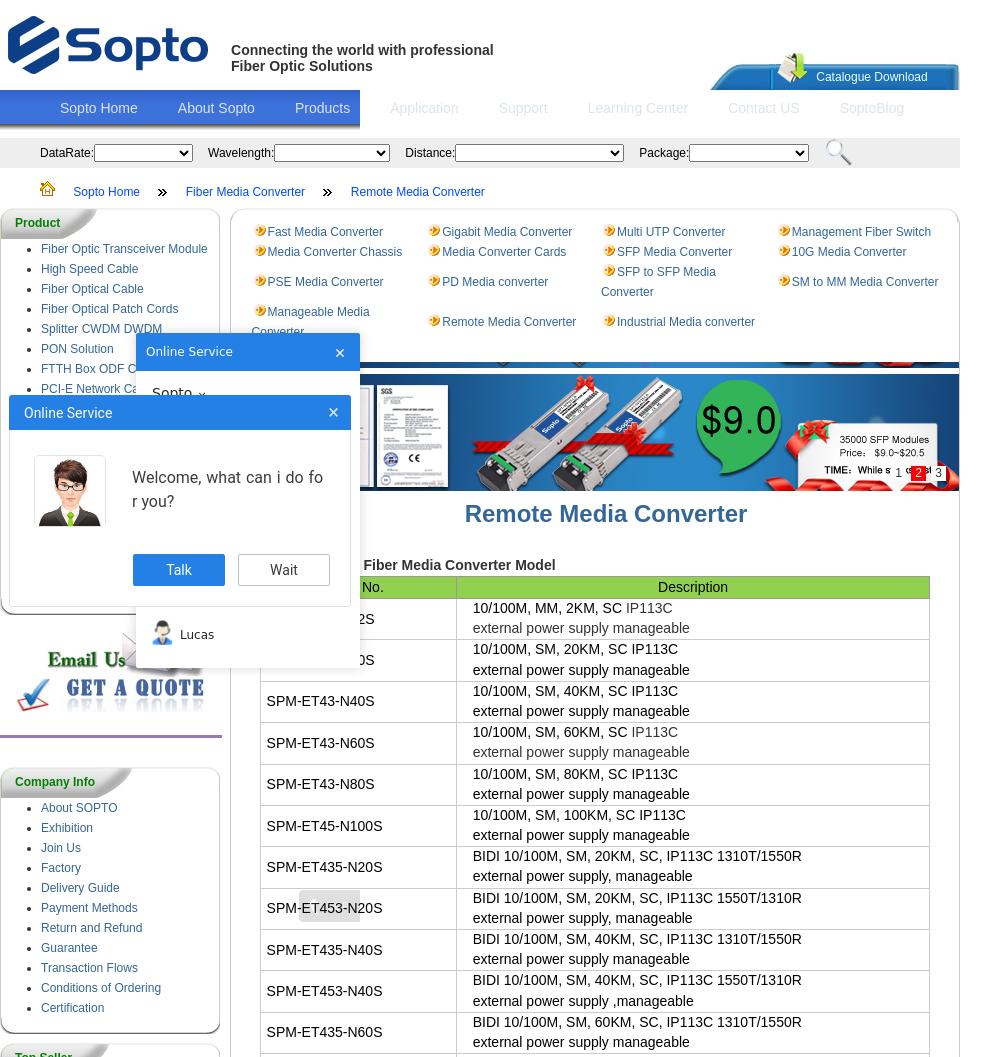  What do you see at coordinates (172, 391) in the screenshot?
I see `'Sopto'` at bounding box center [172, 391].